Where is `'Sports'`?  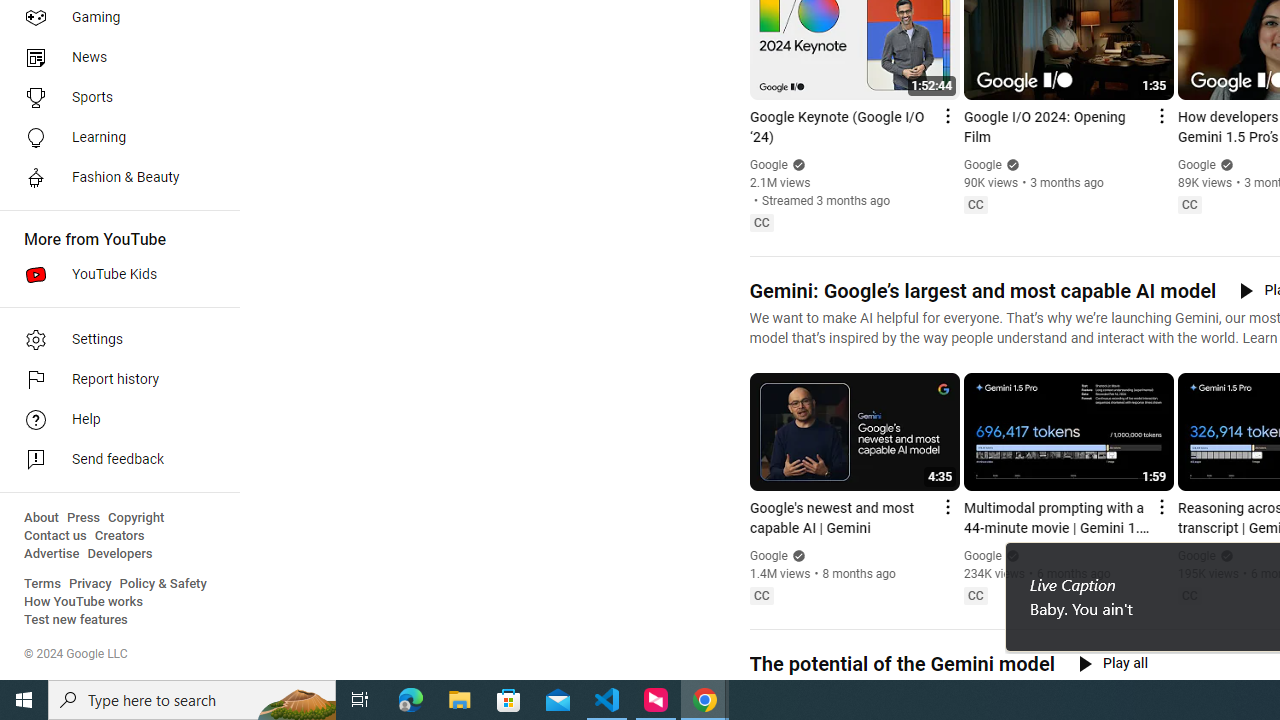
'Sports' is located at coordinates (112, 97).